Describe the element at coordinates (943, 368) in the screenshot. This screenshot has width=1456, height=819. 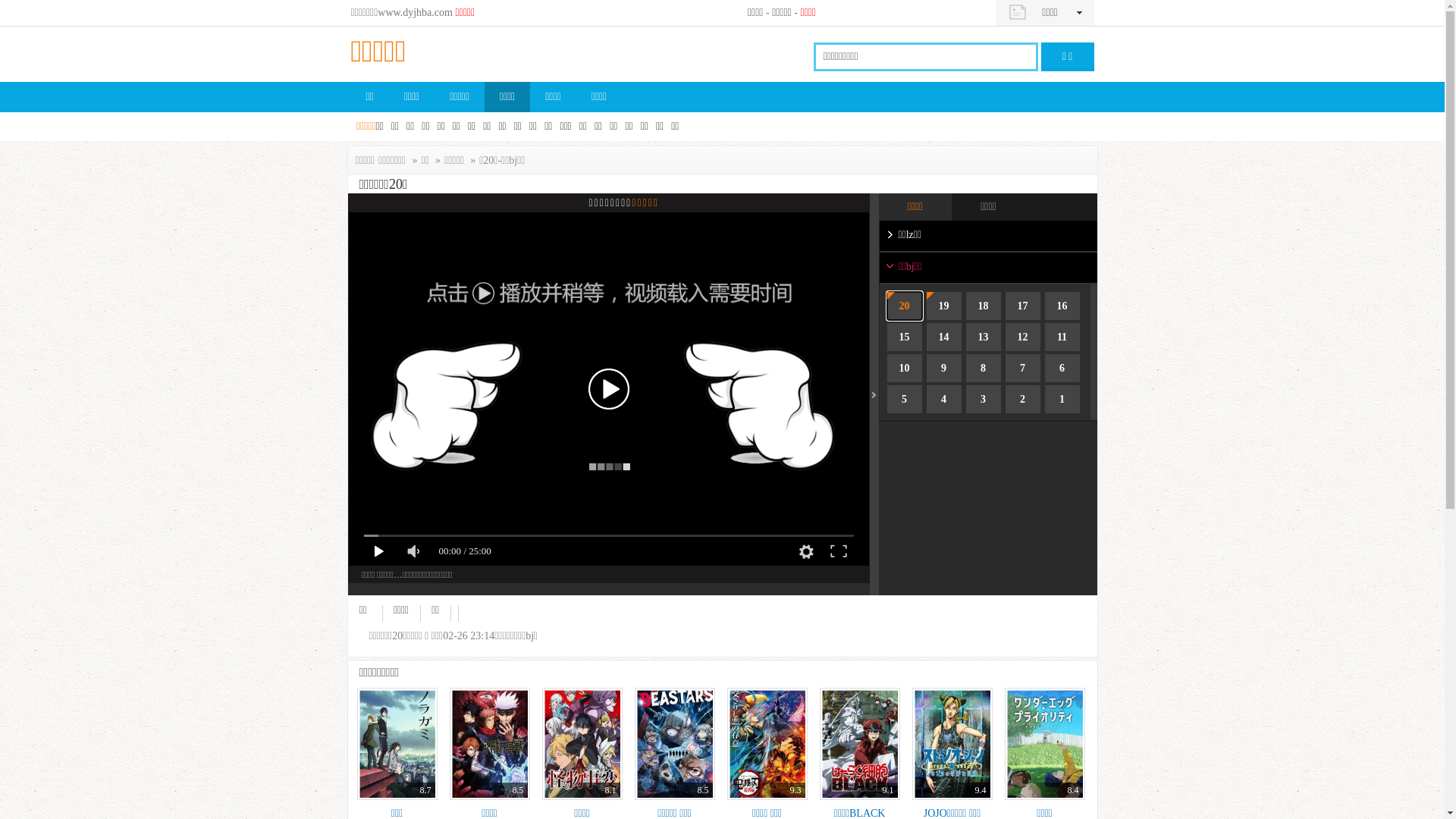
I see `'9'` at that location.